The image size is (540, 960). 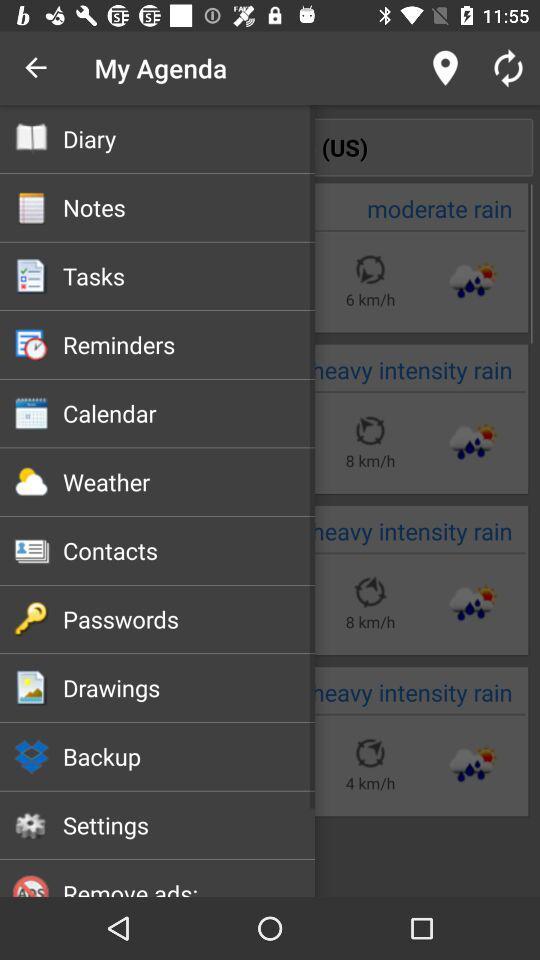 What do you see at coordinates (31, 551) in the screenshot?
I see `icon next to contacts` at bounding box center [31, 551].